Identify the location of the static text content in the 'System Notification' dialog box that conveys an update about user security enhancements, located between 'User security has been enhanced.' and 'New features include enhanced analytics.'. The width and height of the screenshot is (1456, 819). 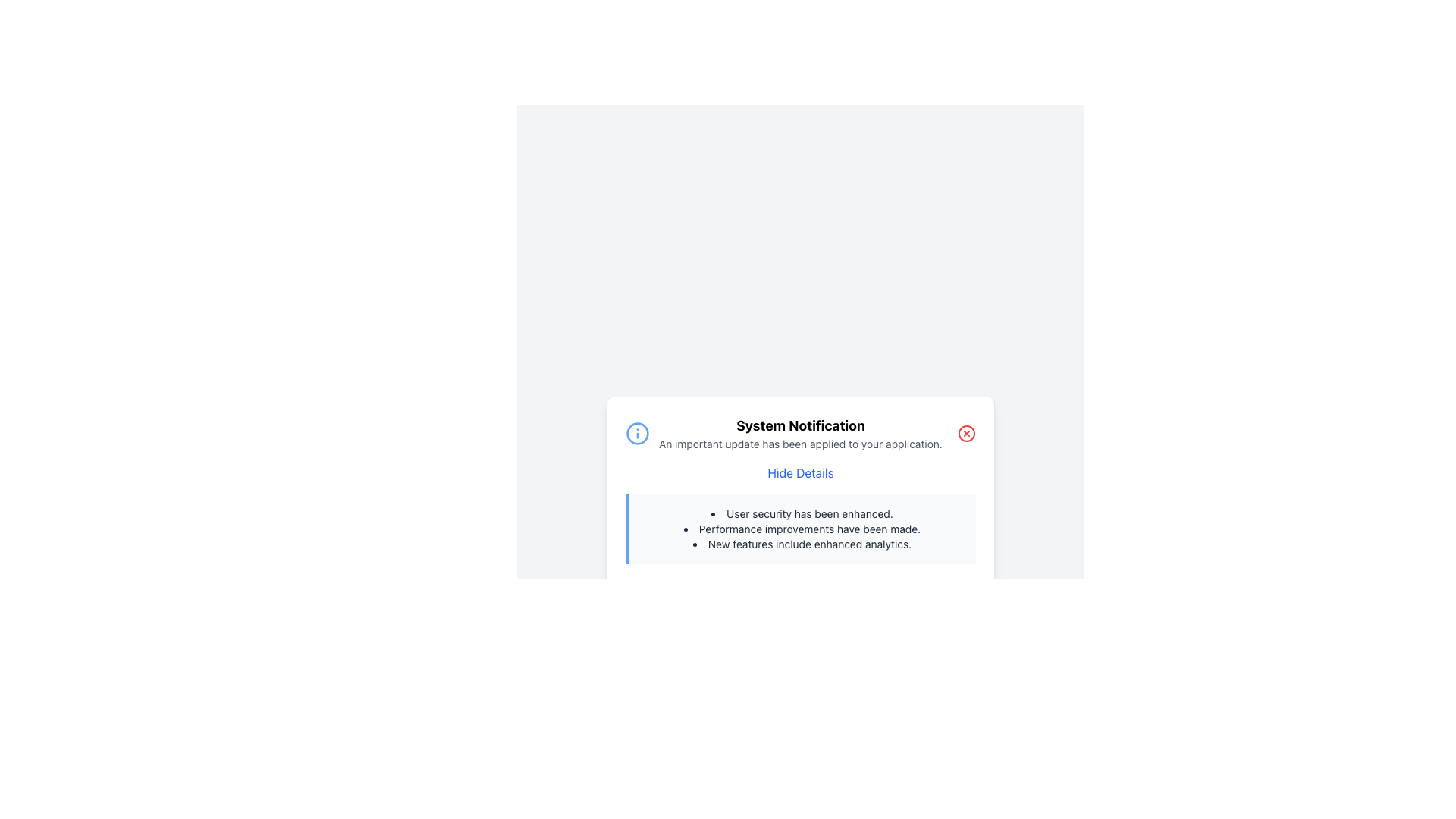
(801, 529).